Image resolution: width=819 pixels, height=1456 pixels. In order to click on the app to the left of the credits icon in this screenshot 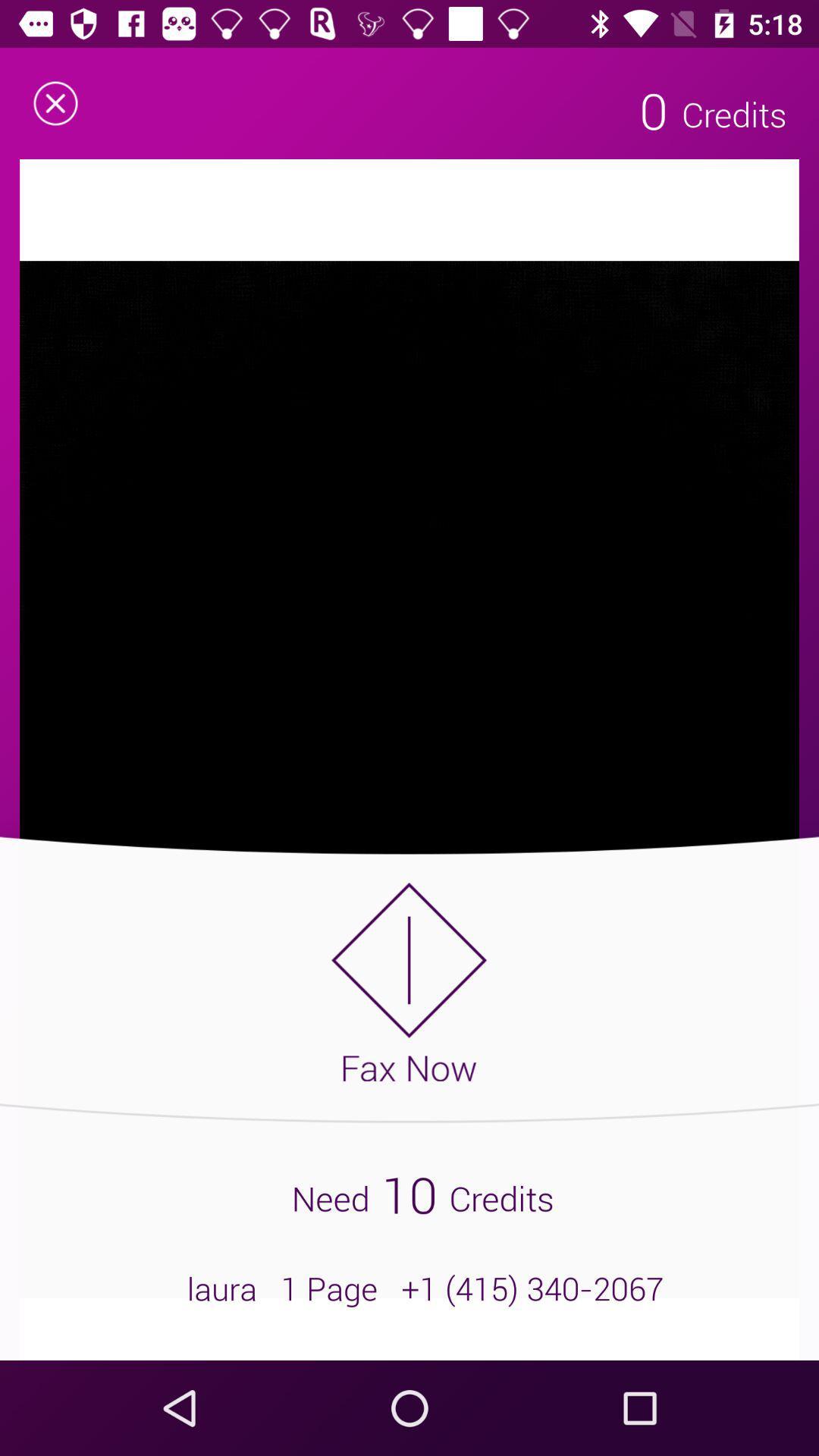, I will do `click(653, 109)`.